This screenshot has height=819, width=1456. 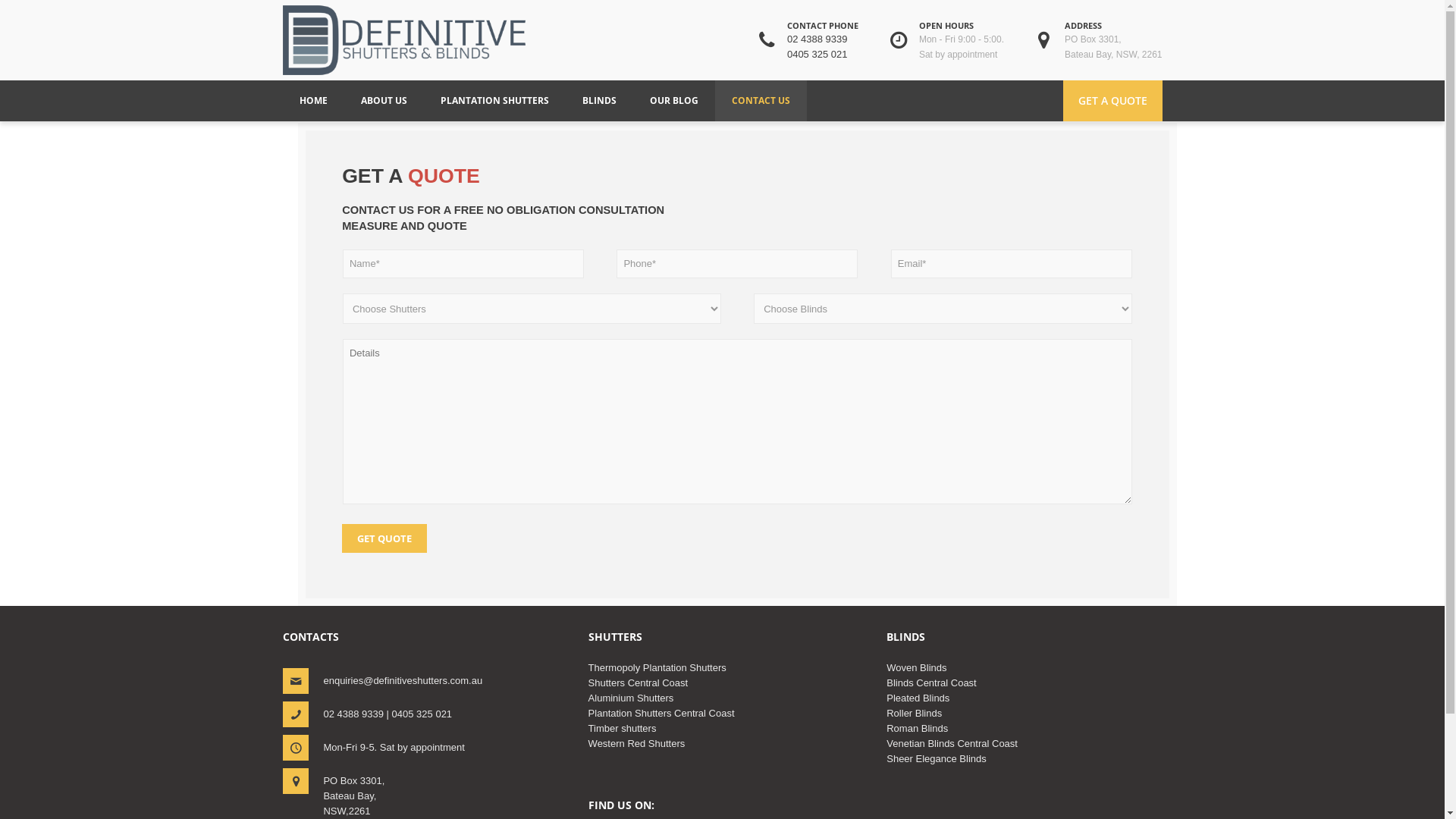 I want to click on 'CONTACT US', so click(x=760, y=100).